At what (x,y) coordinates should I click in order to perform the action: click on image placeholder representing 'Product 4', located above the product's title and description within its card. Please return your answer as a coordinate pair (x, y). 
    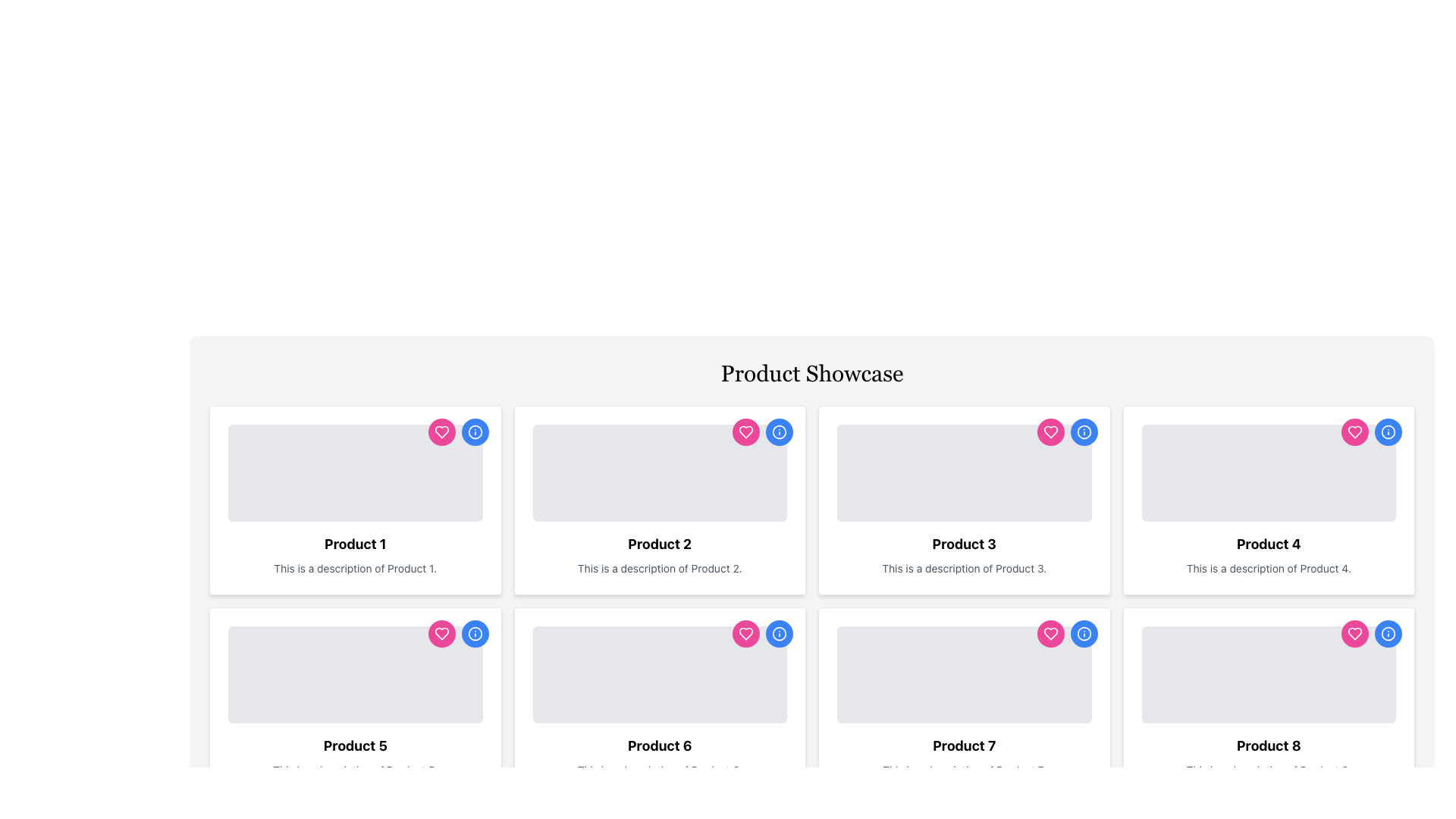
    Looking at the image, I should click on (1269, 472).